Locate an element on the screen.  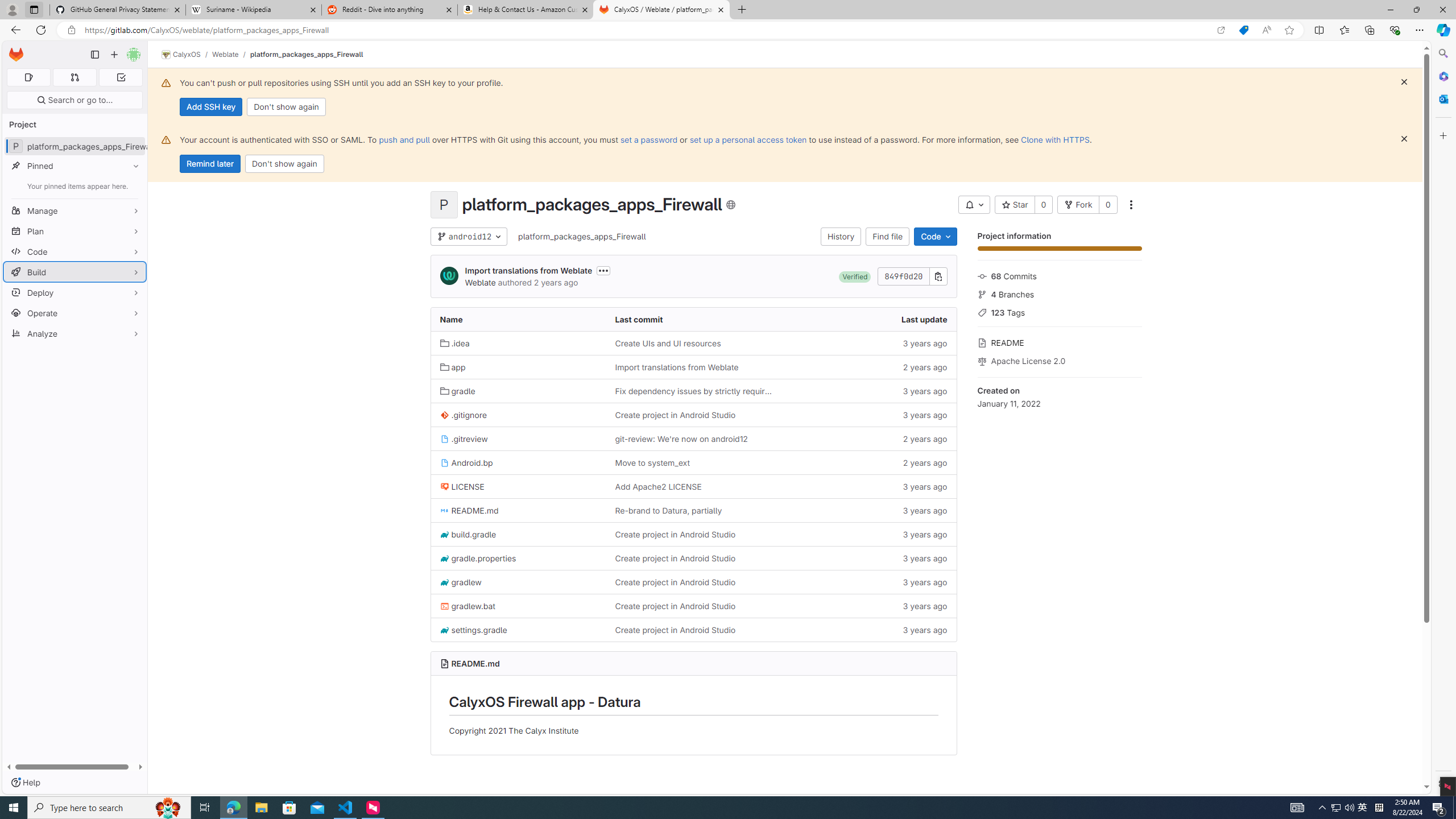
'Deploy' is located at coordinates (74, 292).